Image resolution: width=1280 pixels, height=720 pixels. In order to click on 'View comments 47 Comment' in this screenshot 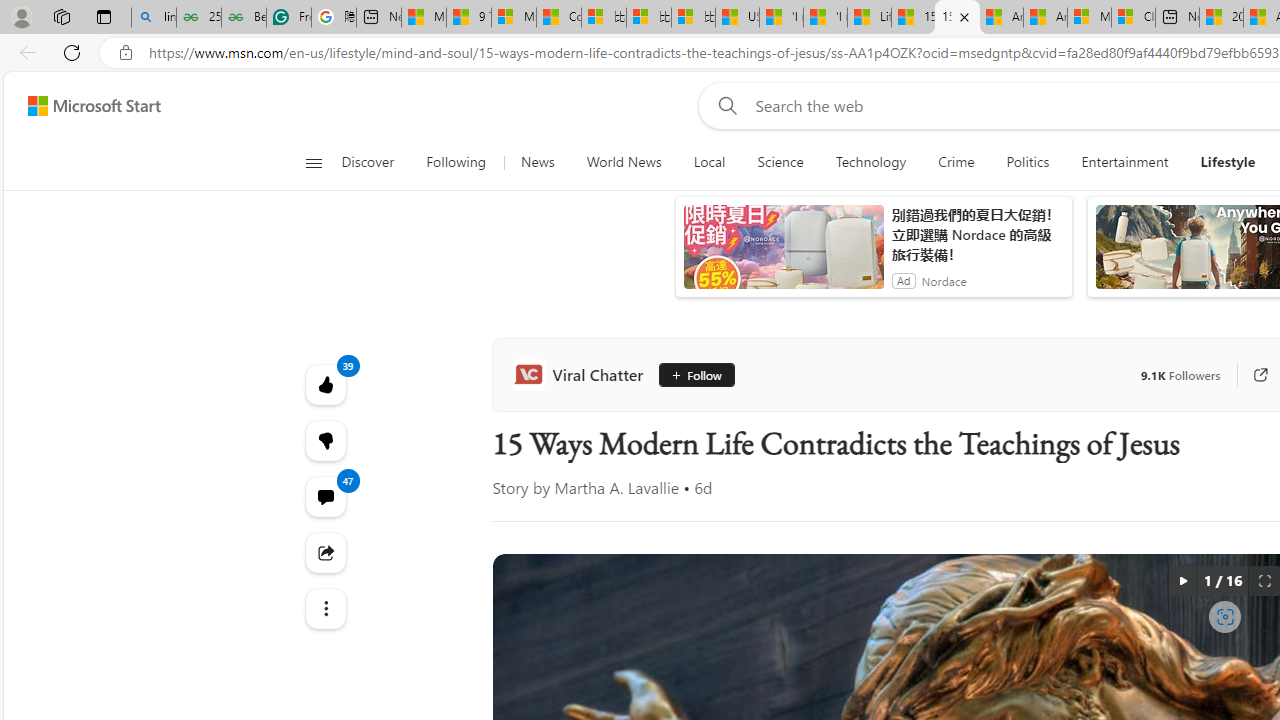, I will do `click(325, 495)`.